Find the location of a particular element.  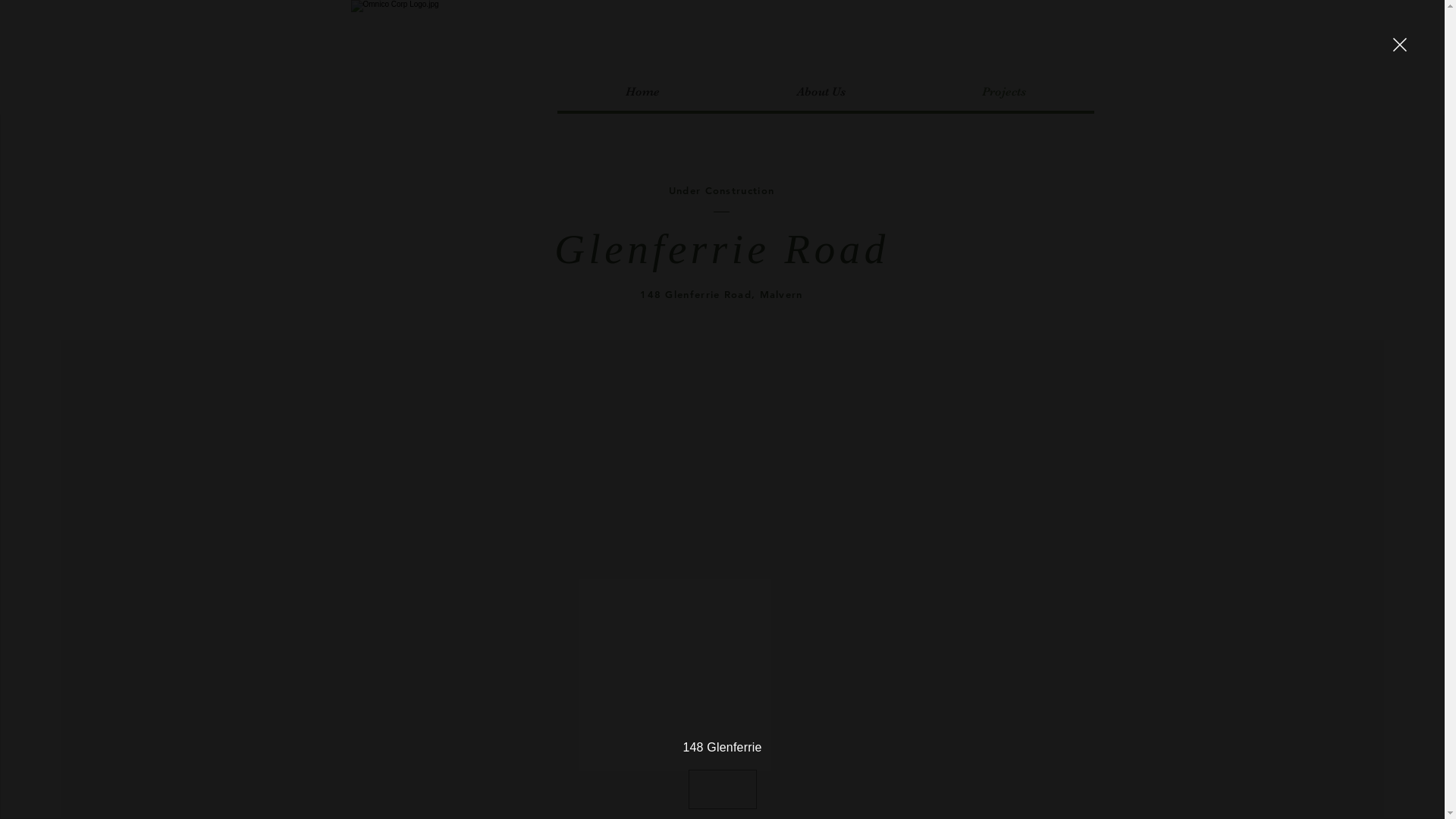

'Projects' is located at coordinates (1003, 91).